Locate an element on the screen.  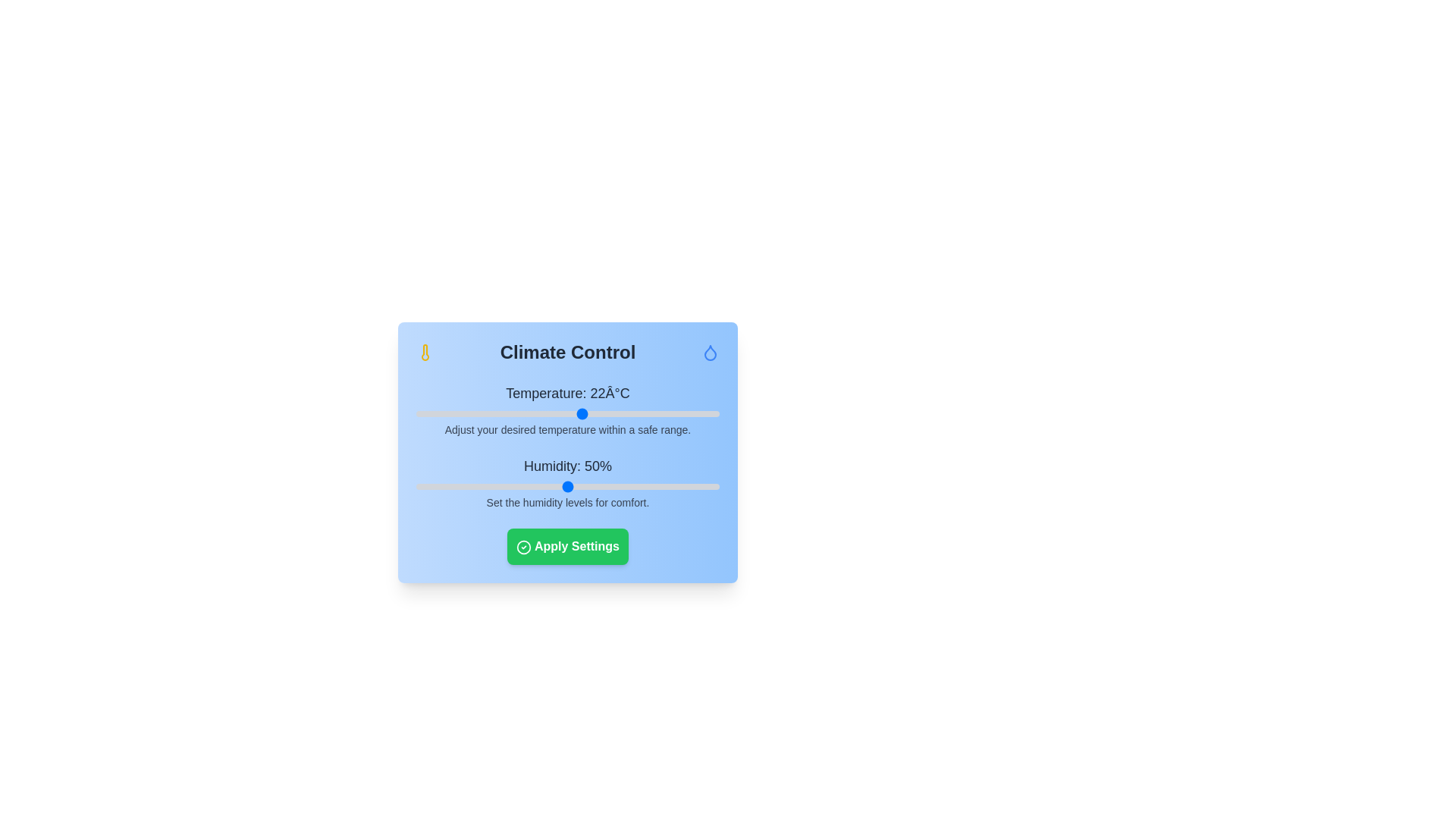
the humidity is located at coordinates (588, 486).